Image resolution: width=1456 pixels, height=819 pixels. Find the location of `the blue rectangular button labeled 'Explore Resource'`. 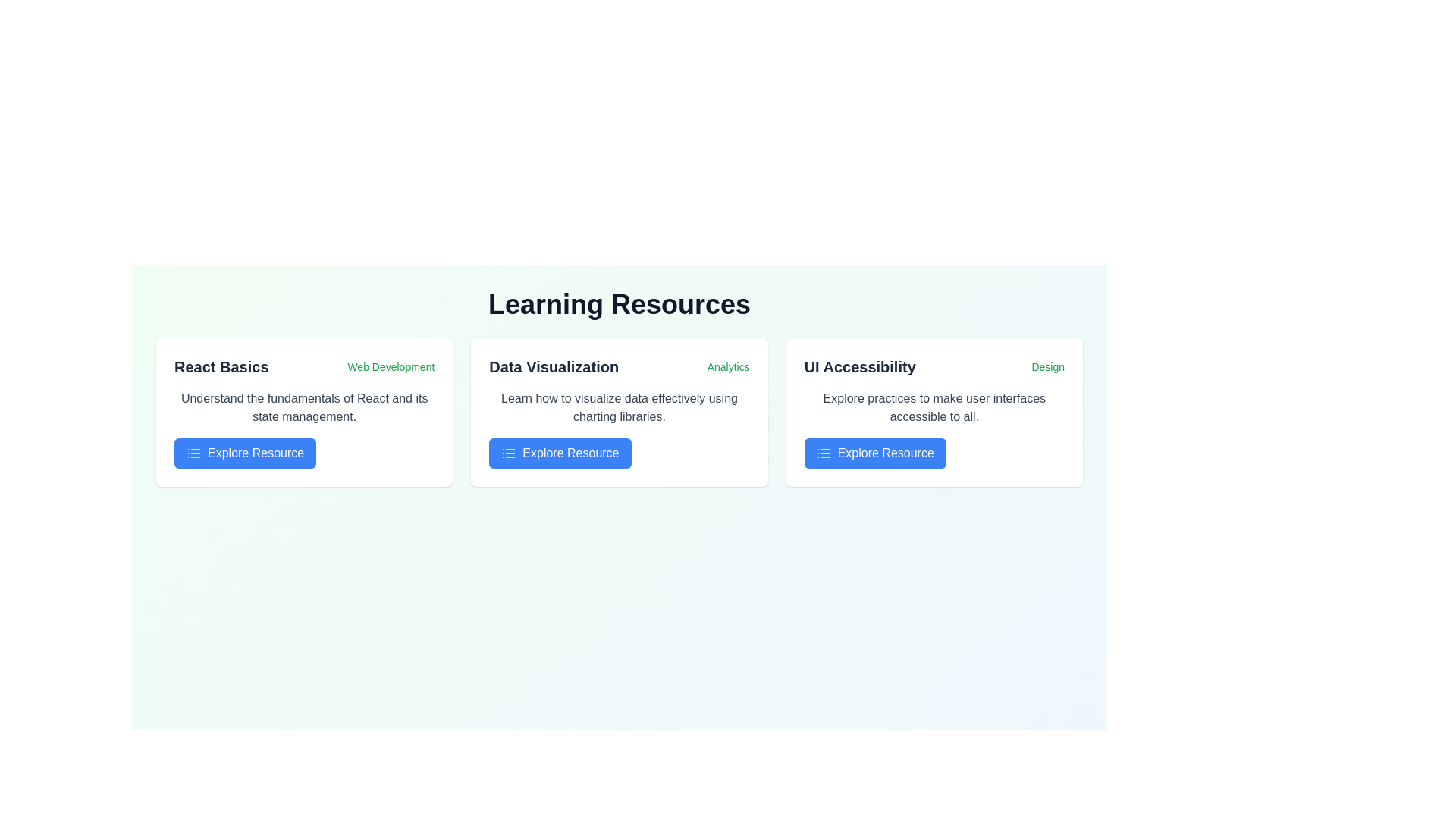

the blue rectangular button labeled 'Explore Resource' is located at coordinates (245, 452).